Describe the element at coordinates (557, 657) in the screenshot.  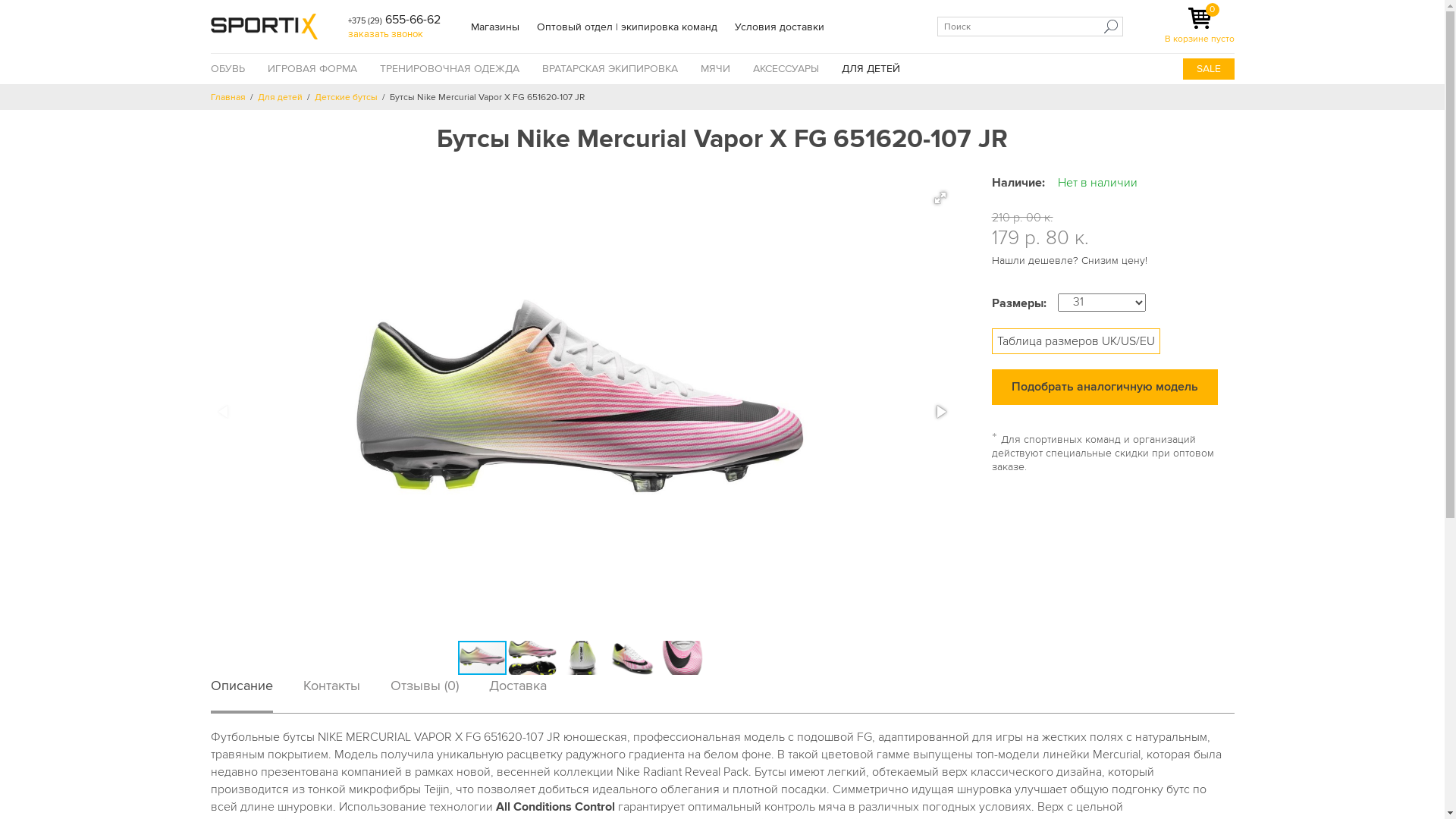
I see `'Nike Mercurial Vapor X FG 651620-107 JR_2.jpg'` at that location.